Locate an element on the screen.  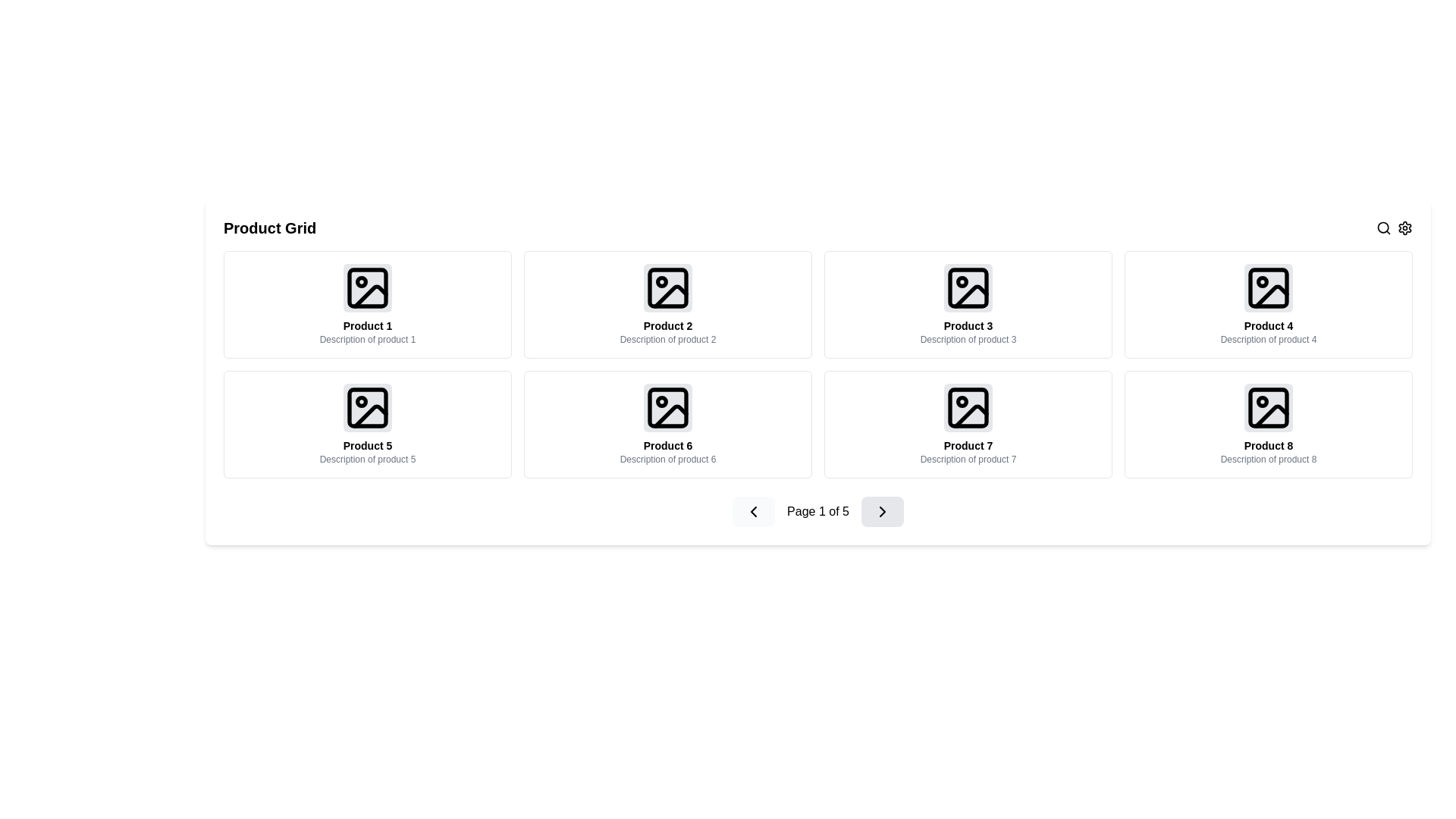
the product is located at coordinates (967, 325).